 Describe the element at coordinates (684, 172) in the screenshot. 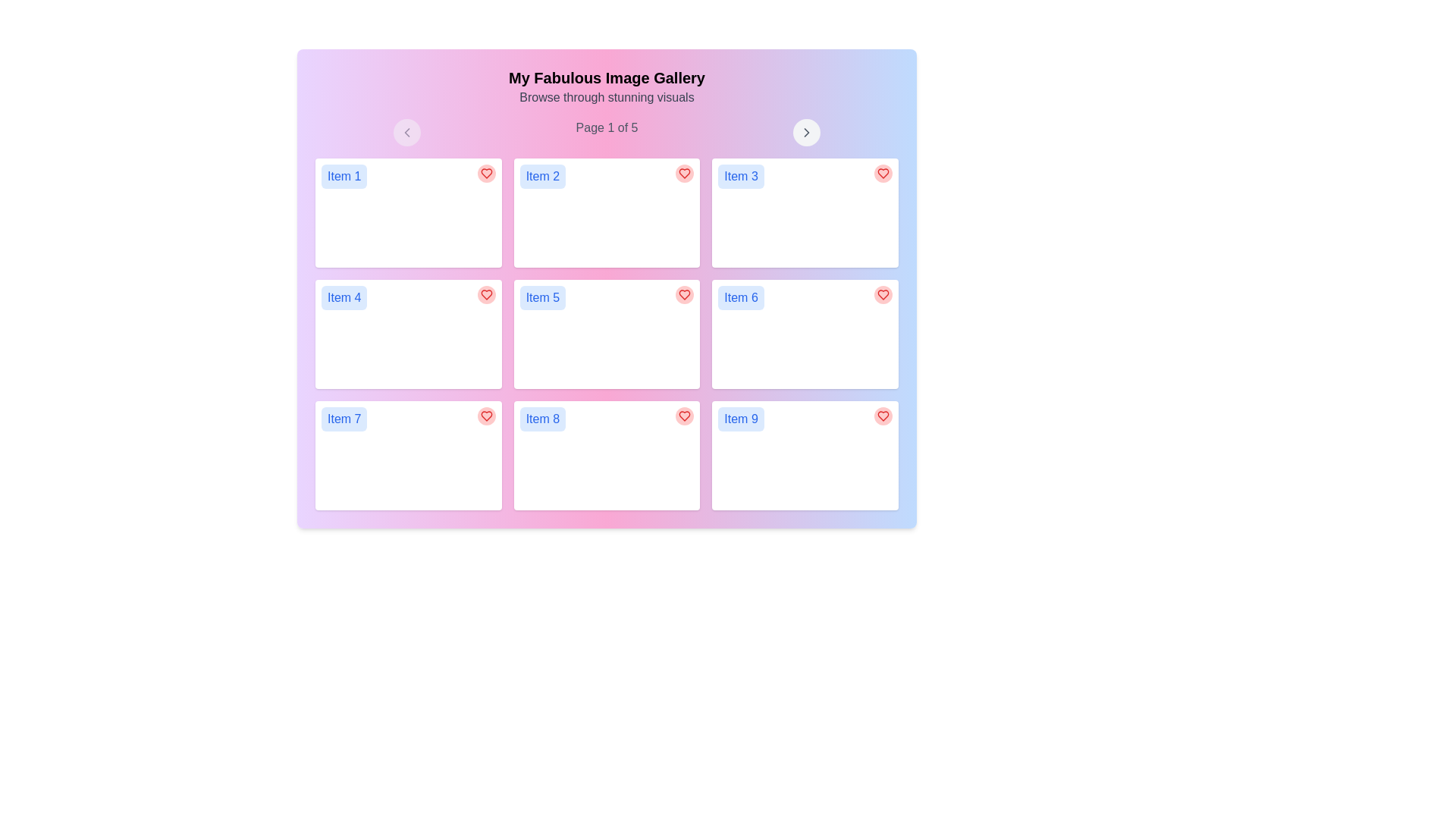

I see `the heart icon button located in the second position of a grid layout to mark the corresponding item as a favorite` at that location.